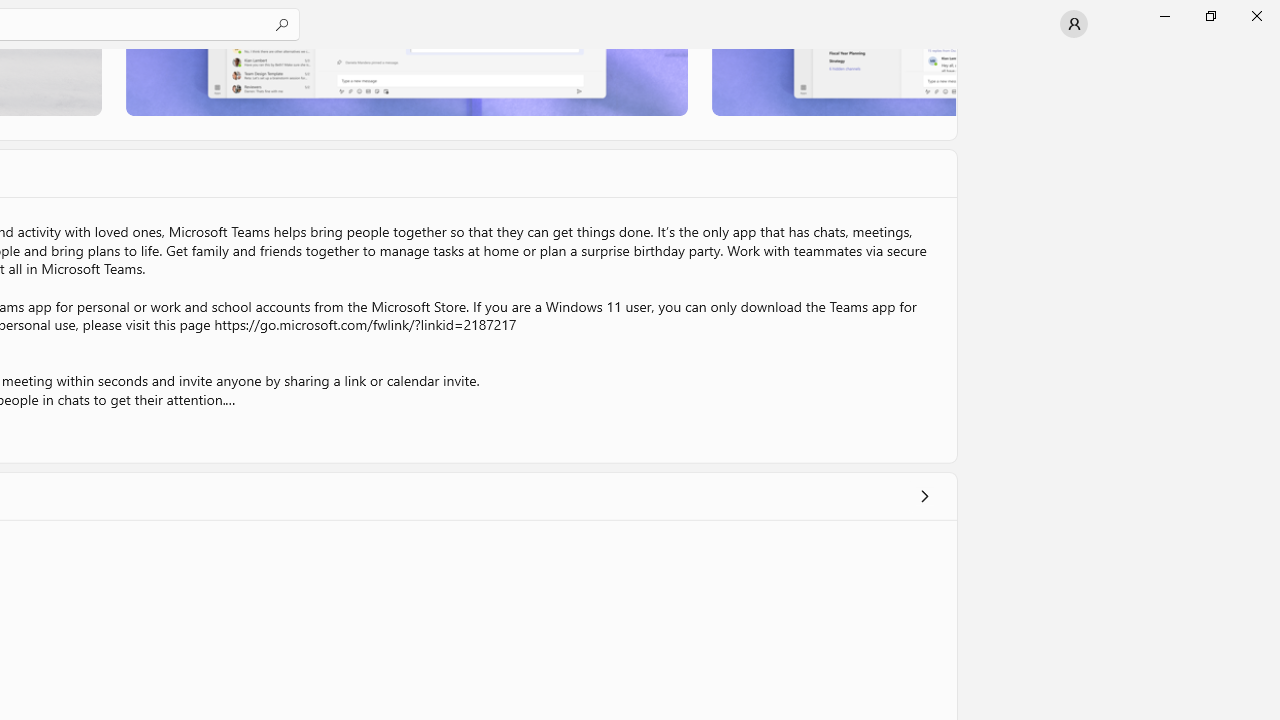 The height and width of the screenshot is (720, 1280). I want to click on 'Close Microsoft Store', so click(1255, 15).